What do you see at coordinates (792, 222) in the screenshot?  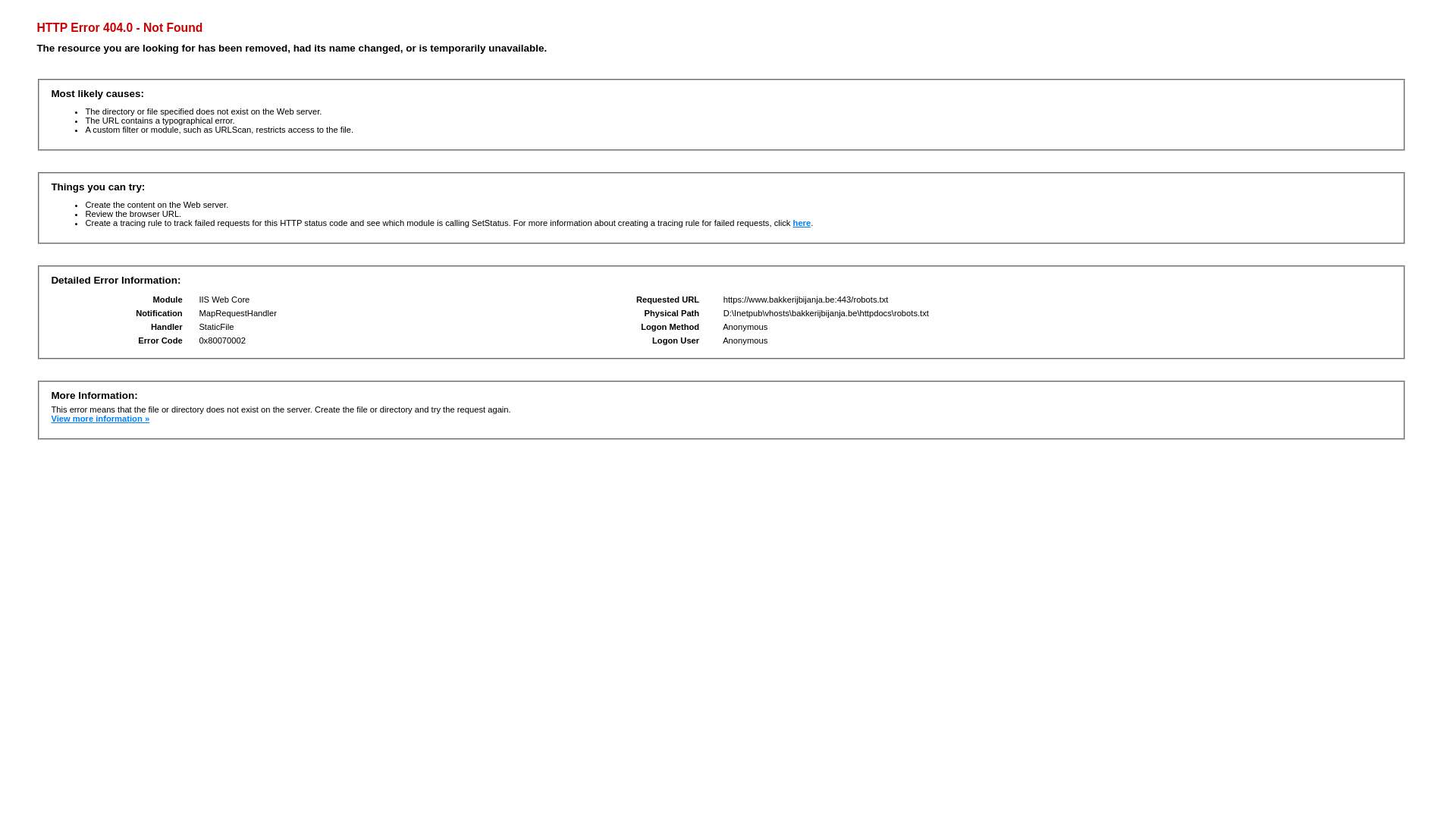 I see `'here'` at bounding box center [792, 222].